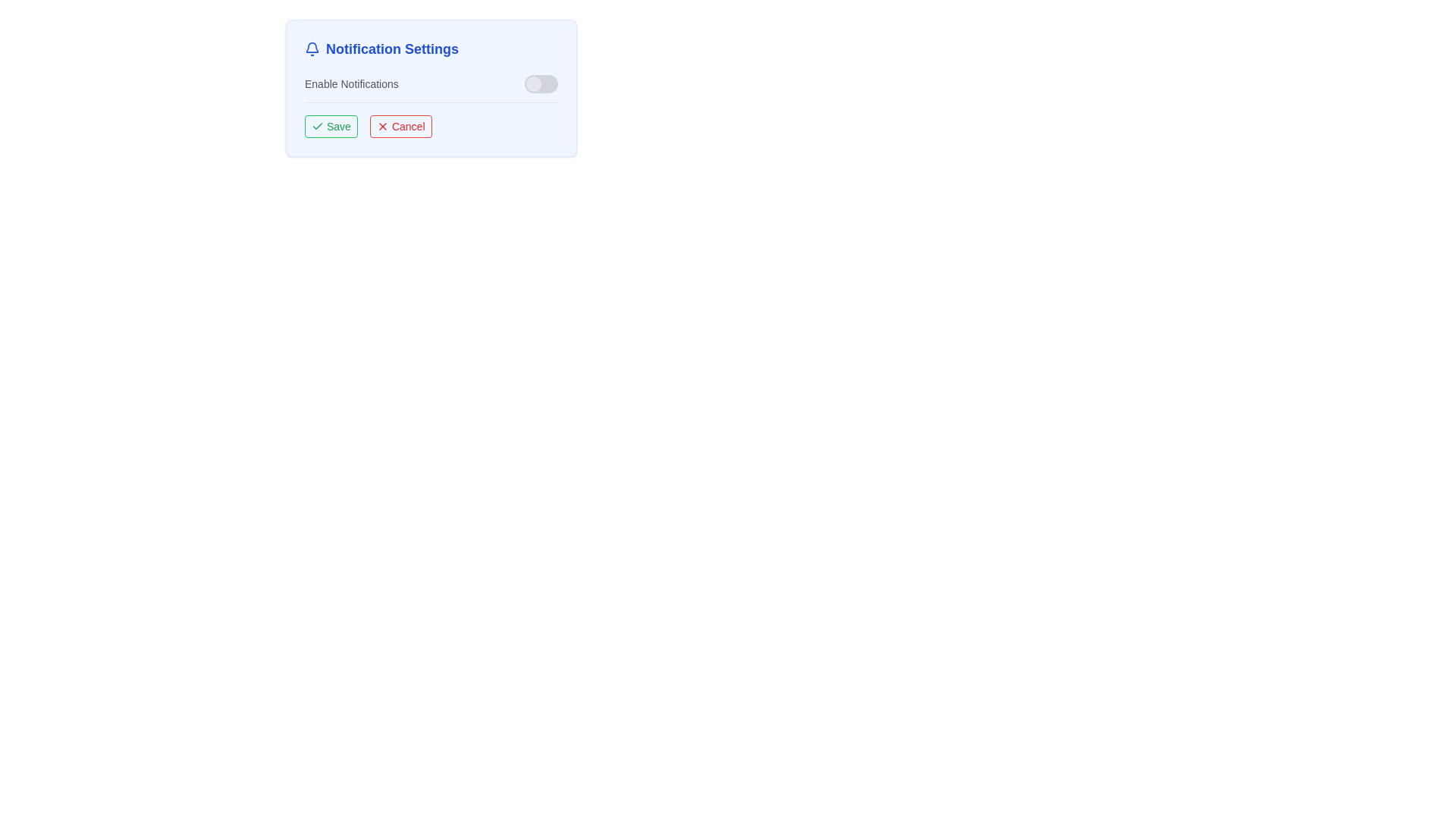 The image size is (1456, 819). Describe the element at coordinates (431, 84) in the screenshot. I see `the toggle switch located in the second row of the 'Notification Settings' section to change its state` at that location.